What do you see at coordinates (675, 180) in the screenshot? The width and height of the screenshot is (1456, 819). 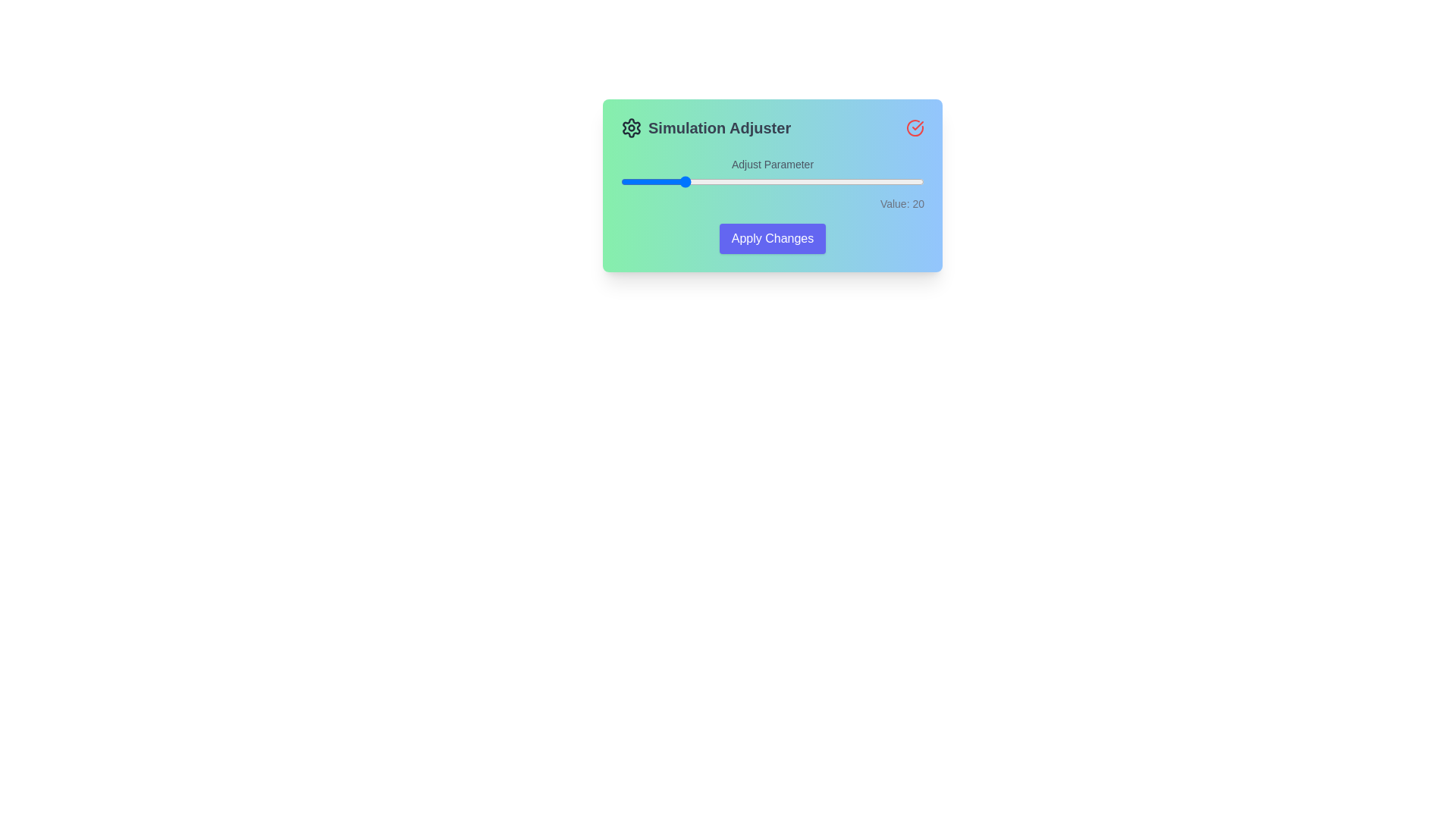 I see `the slider to set the value to 18` at bounding box center [675, 180].